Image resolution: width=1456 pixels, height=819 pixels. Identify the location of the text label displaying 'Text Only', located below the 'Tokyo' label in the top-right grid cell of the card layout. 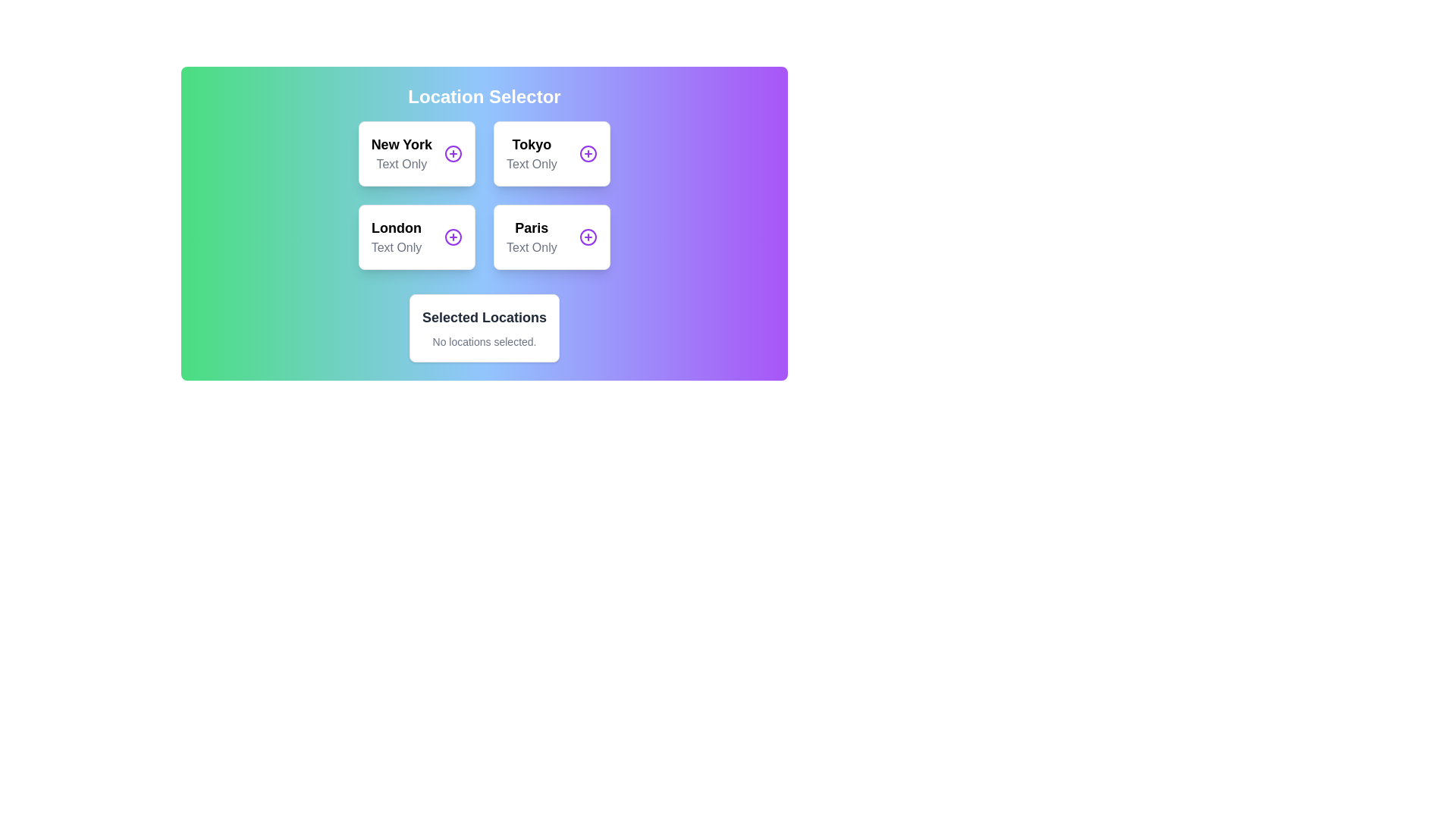
(532, 164).